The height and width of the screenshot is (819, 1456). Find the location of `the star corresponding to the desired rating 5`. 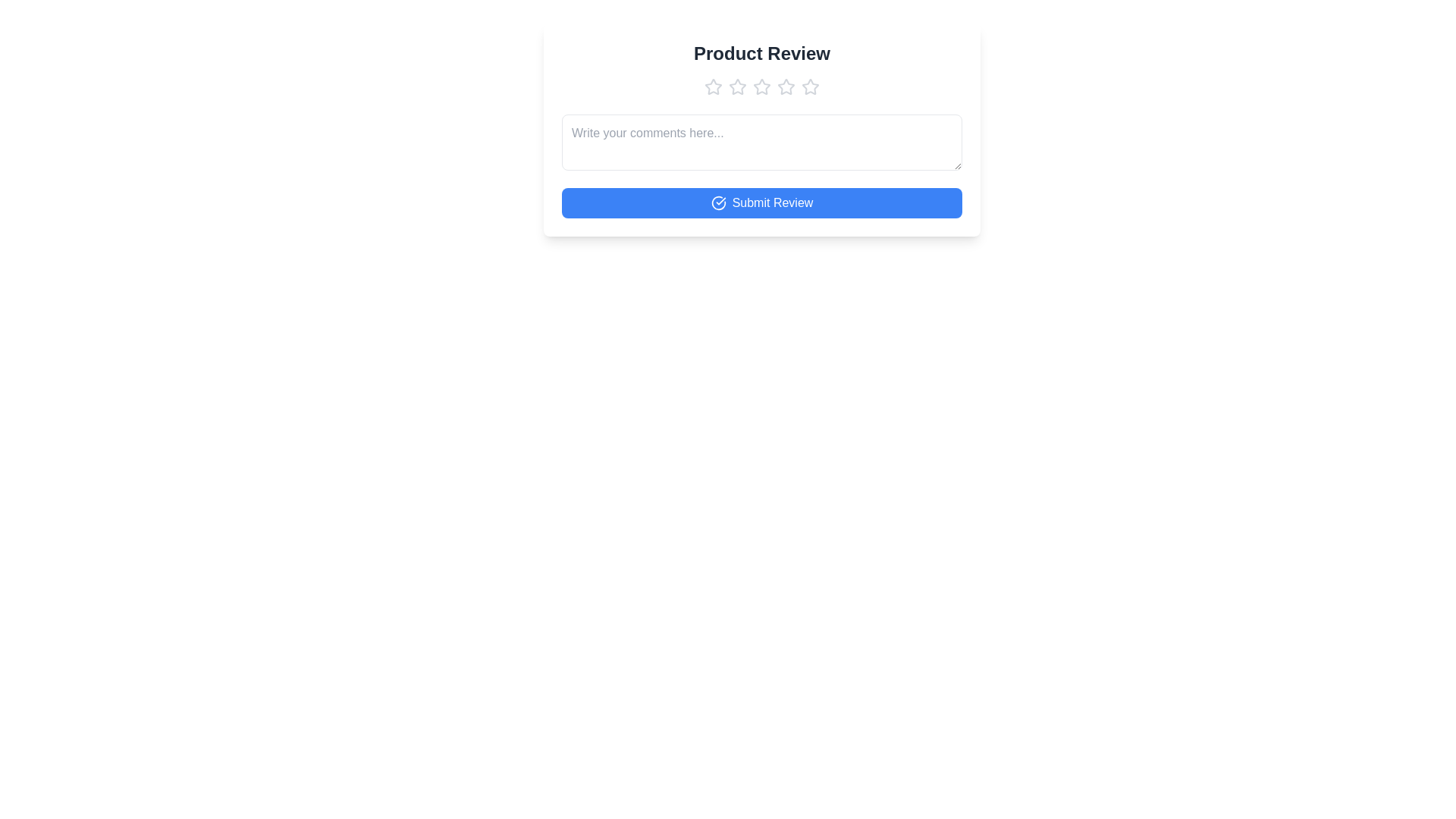

the star corresponding to the desired rating 5 is located at coordinates (810, 87).